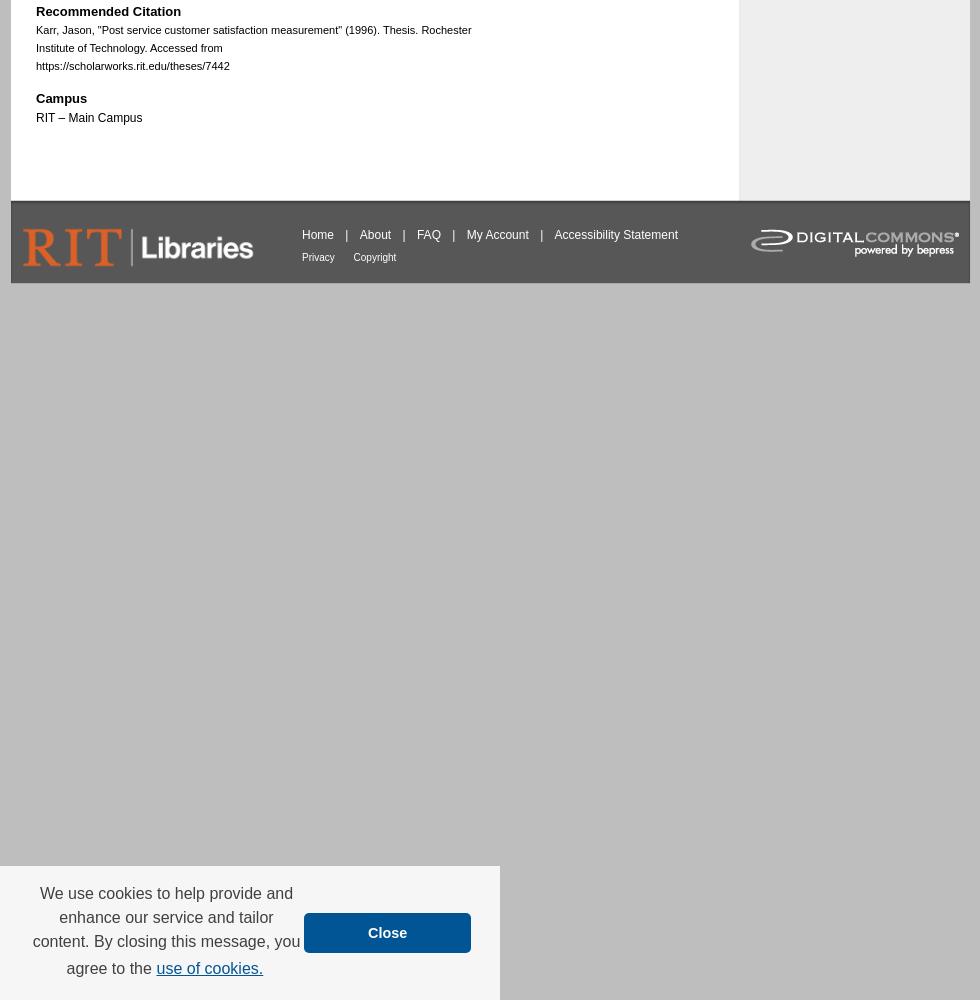 Image resolution: width=980 pixels, height=1000 pixels. Describe the element at coordinates (319, 233) in the screenshot. I see `'Home'` at that location.